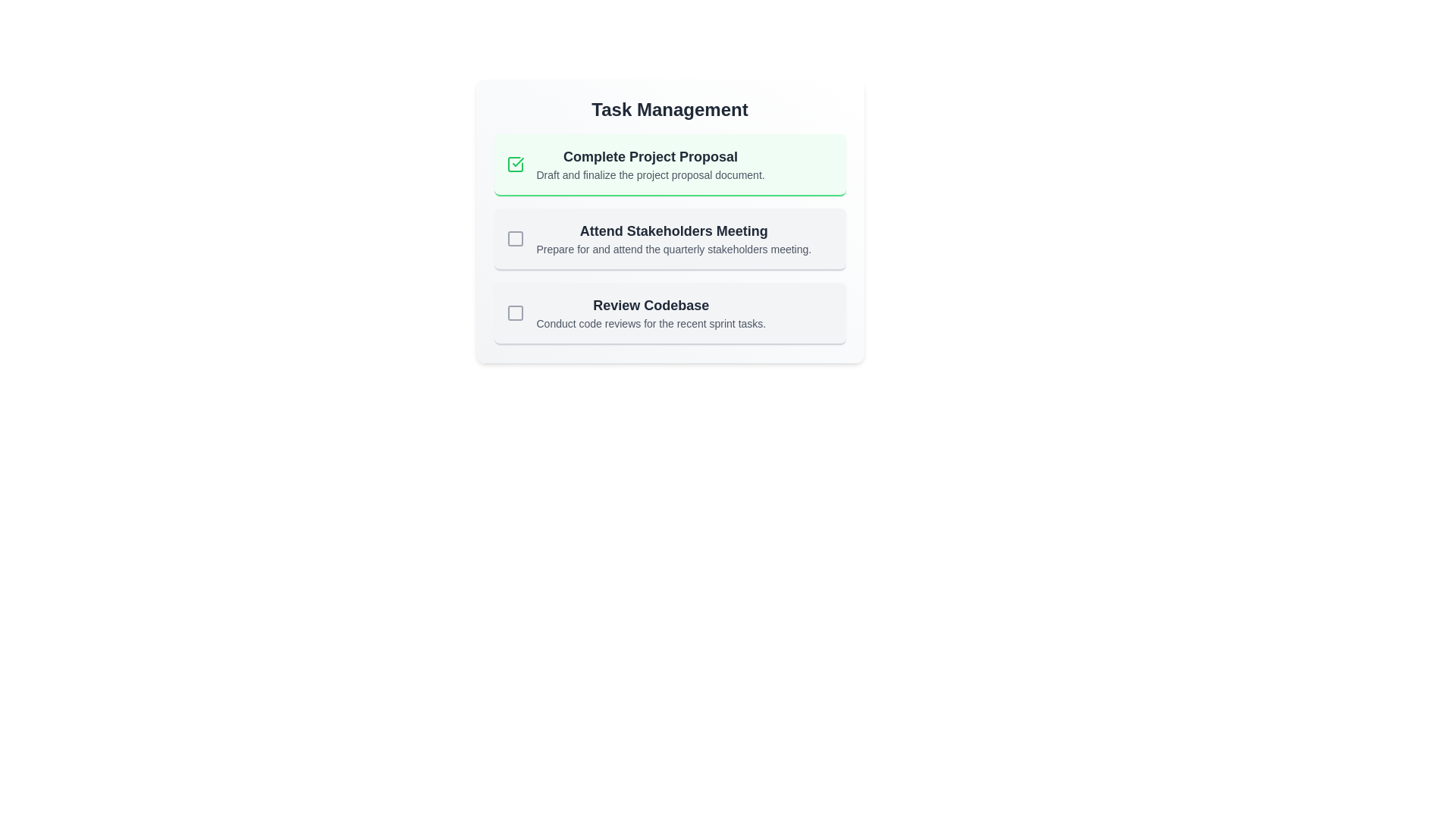 The image size is (1456, 819). What do you see at coordinates (651, 323) in the screenshot?
I see `the static text description providing details about the task 'Review Codebase', which is located beneath the header text 'Review Codebase' in the task management list` at bounding box center [651, 323].